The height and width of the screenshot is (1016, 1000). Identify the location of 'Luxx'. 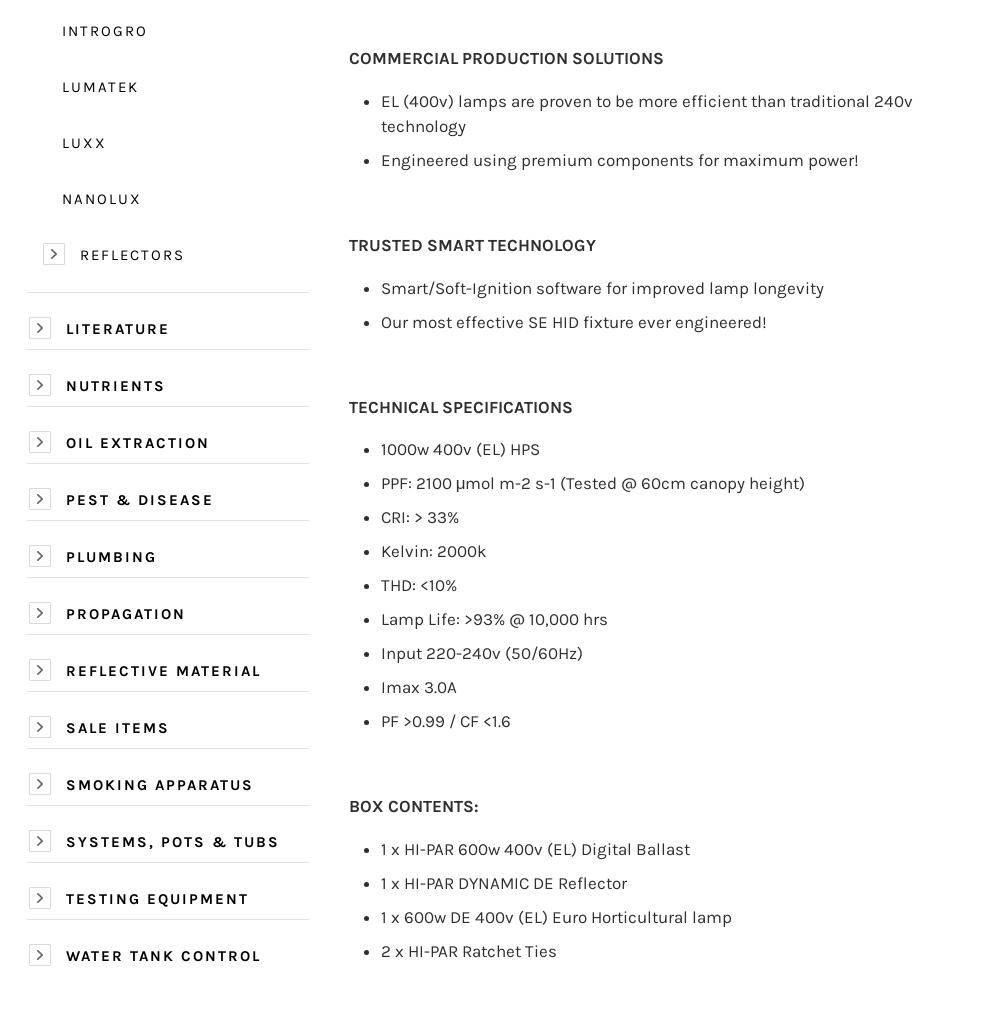
(83, 141).